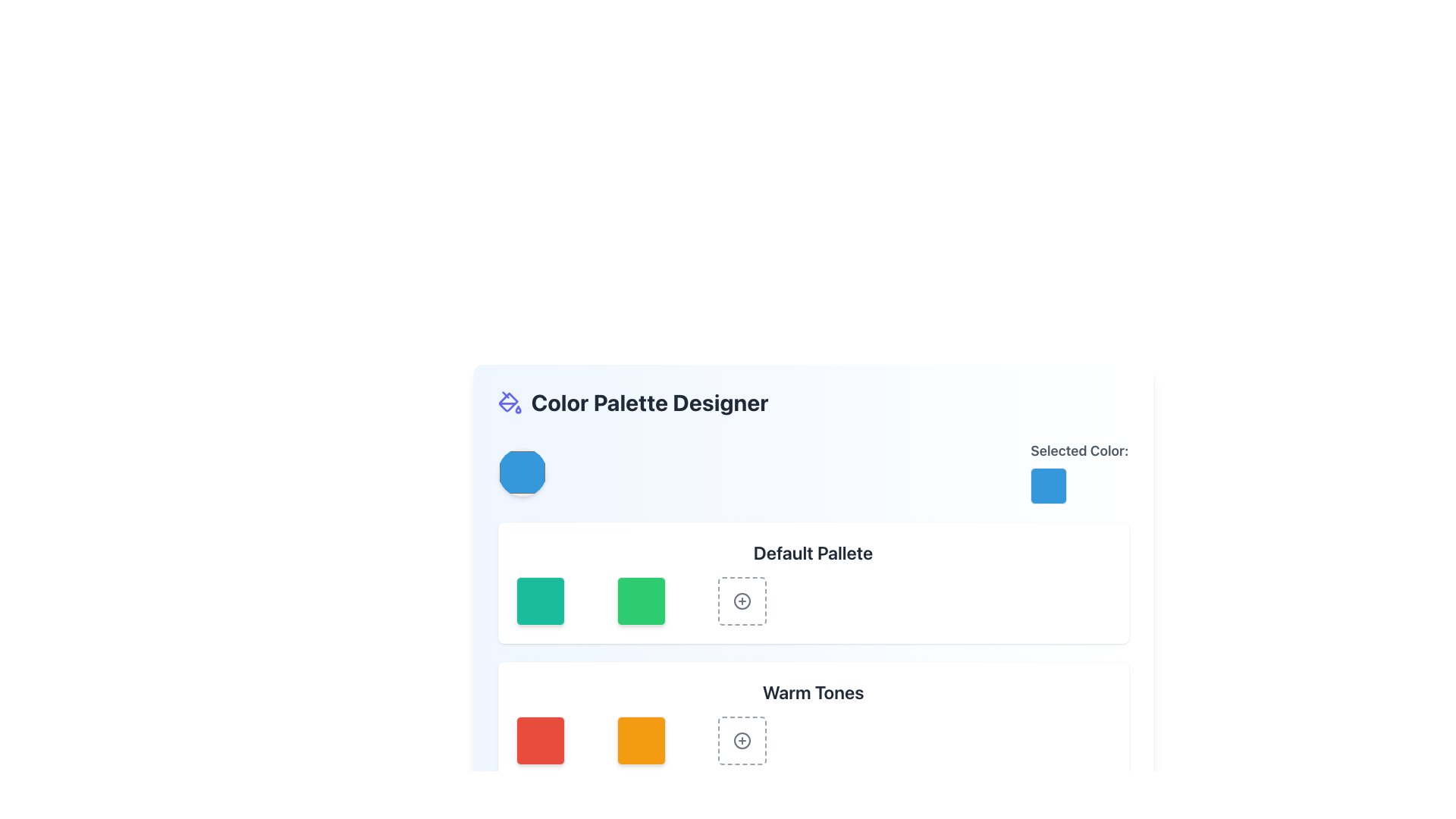  I want to click on the third button in the row under the 'Default Palette' label, so click(742, 601).